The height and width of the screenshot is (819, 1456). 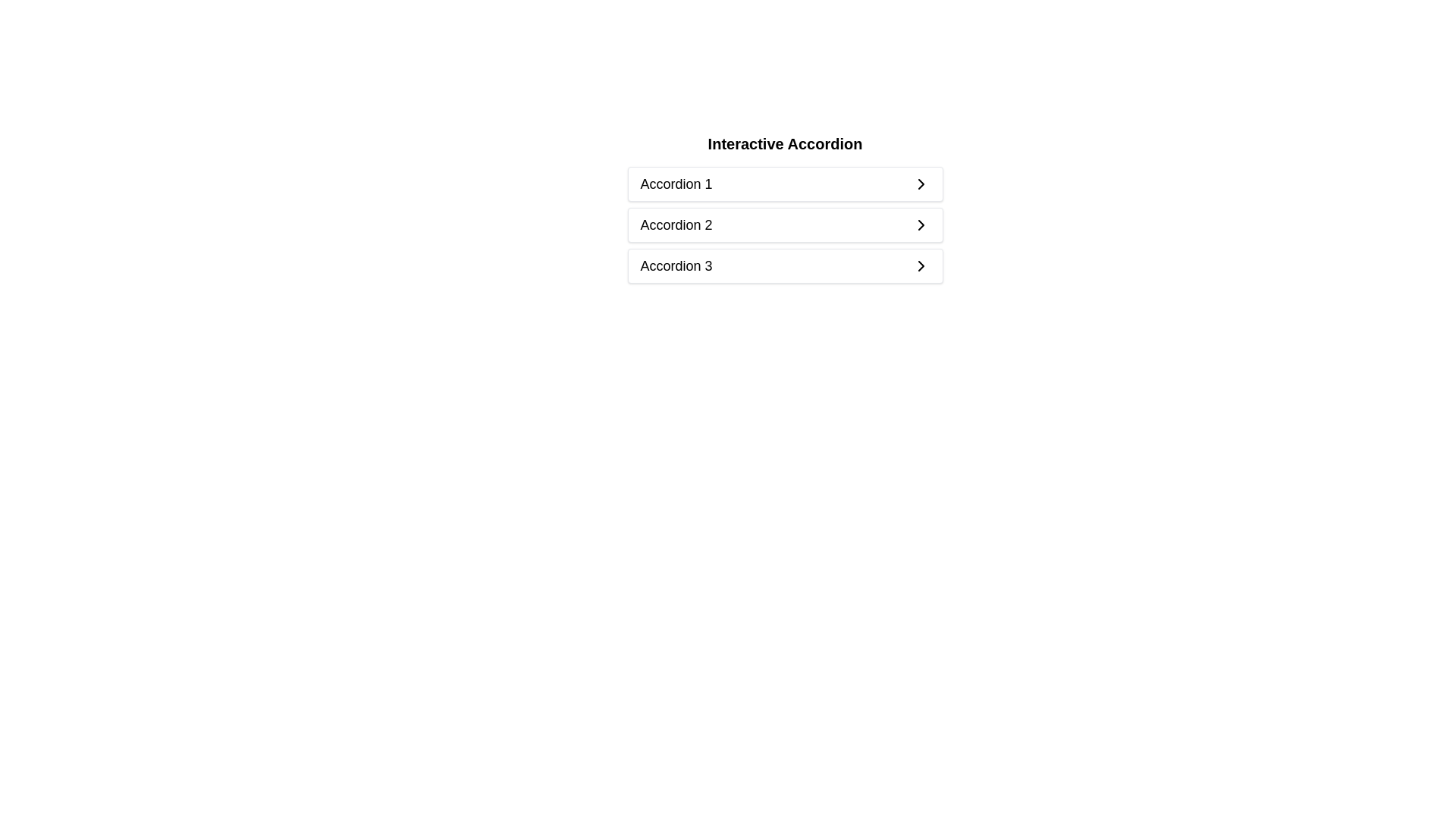 What do you see at coordinates (920, 225) in the screenshot?
I see `the chevron arrow located on the far right side of the button for 'Accordion 2'` at bounding box center [920, 225].